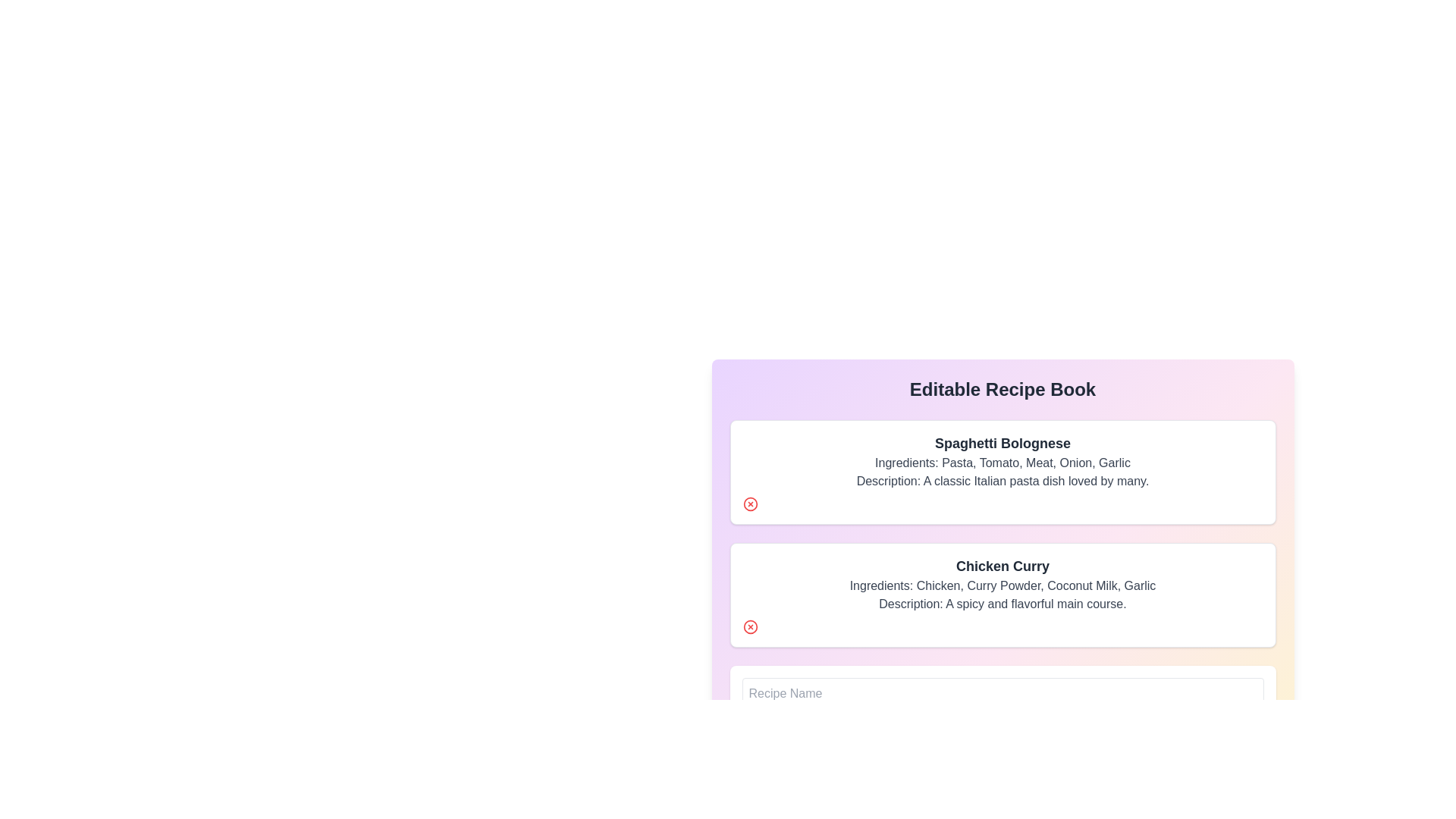  I want to click on title of the recipe 'Spaghetti Bolognese' from the text label positioned above the ingredients list and description text, so click(1003, 444).